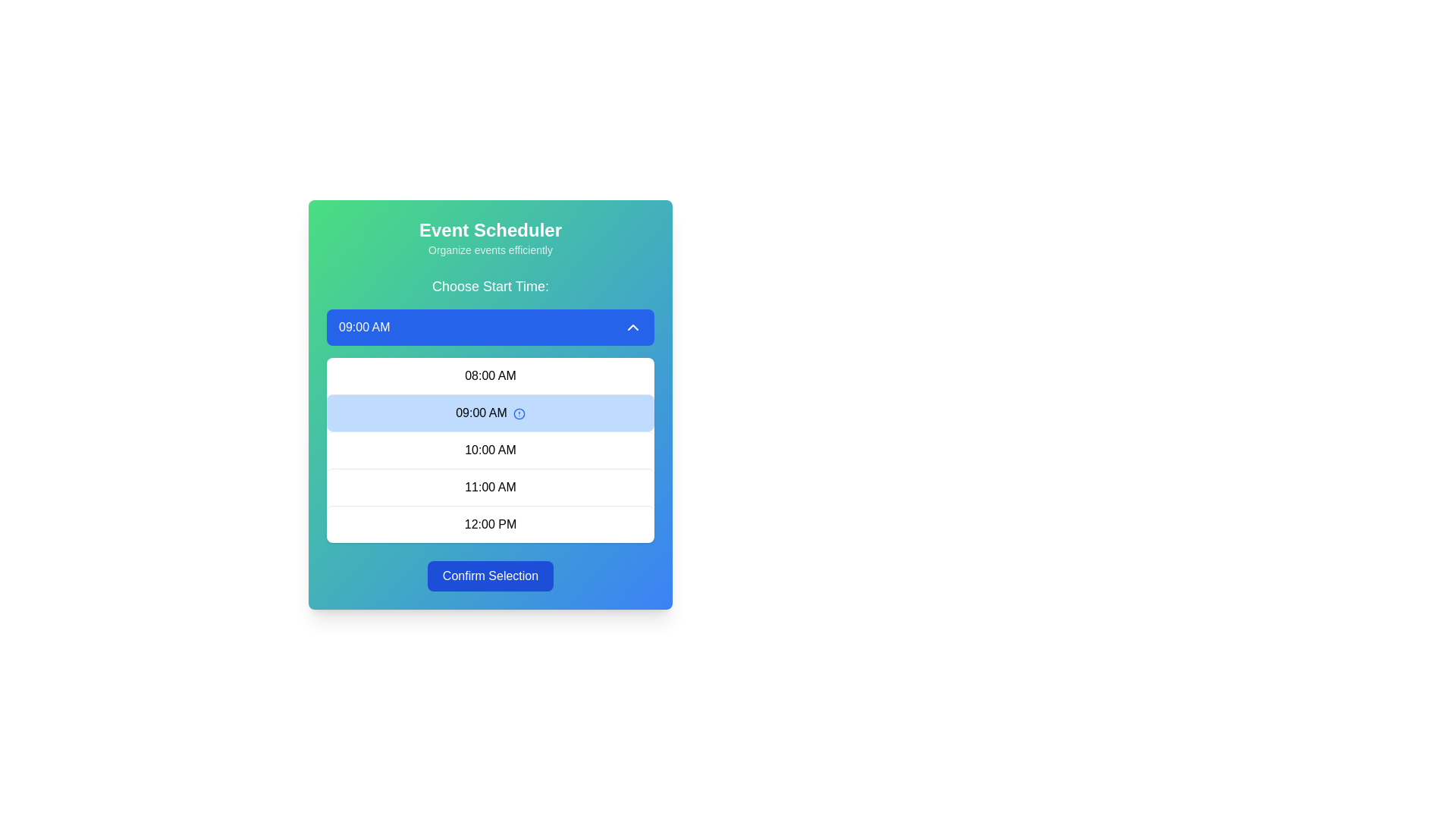 The image size is (1456, 819). Describe the element at coordinates (364, 327) in the screenshot. I see `the Text display element that shows the currently selected time within the dropdown menu, located centrally at the top of the dropdown interface` at that location.